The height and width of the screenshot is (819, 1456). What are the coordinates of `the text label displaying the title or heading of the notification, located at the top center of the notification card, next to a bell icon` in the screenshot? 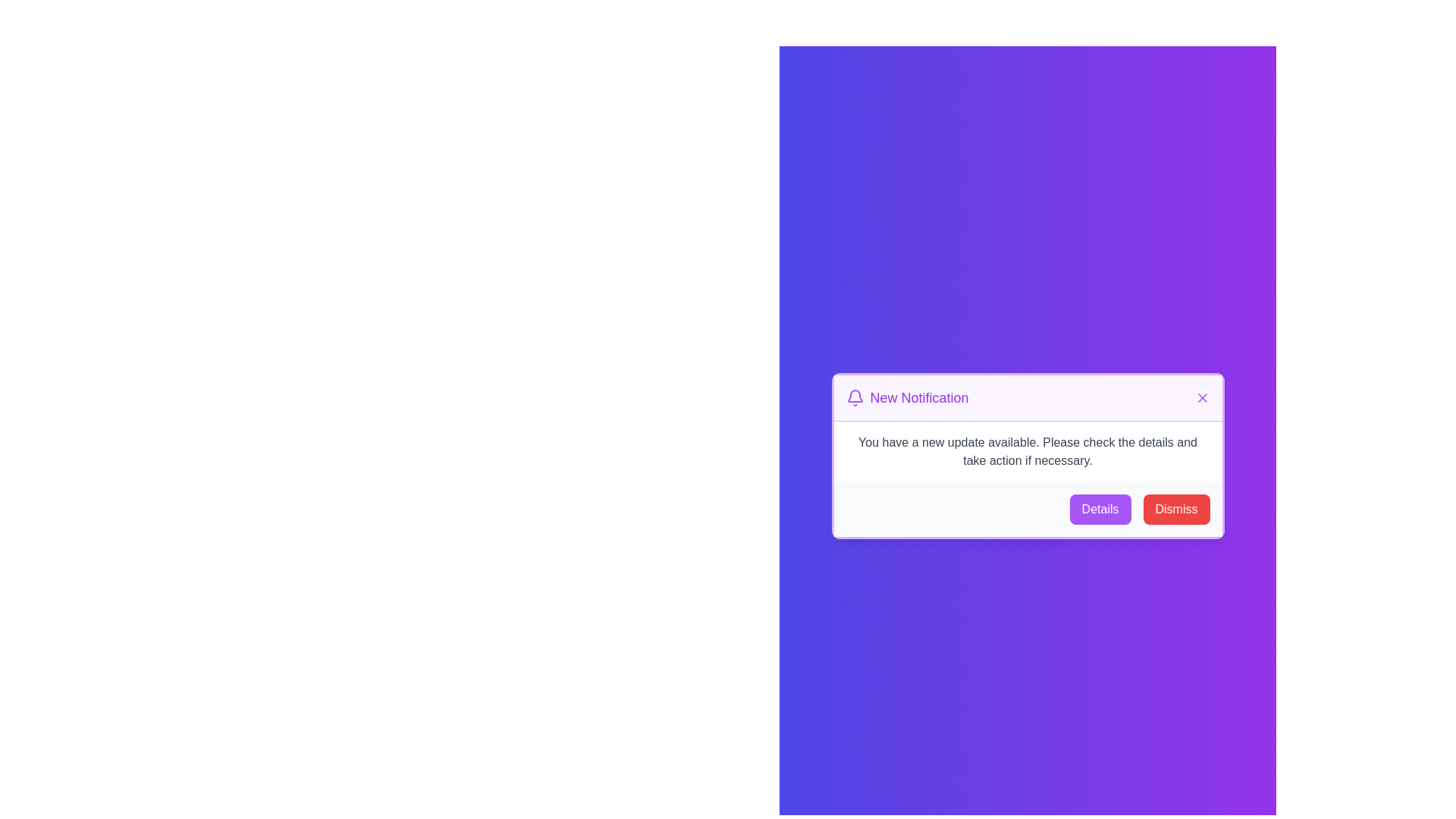 It's located at (918, 397).